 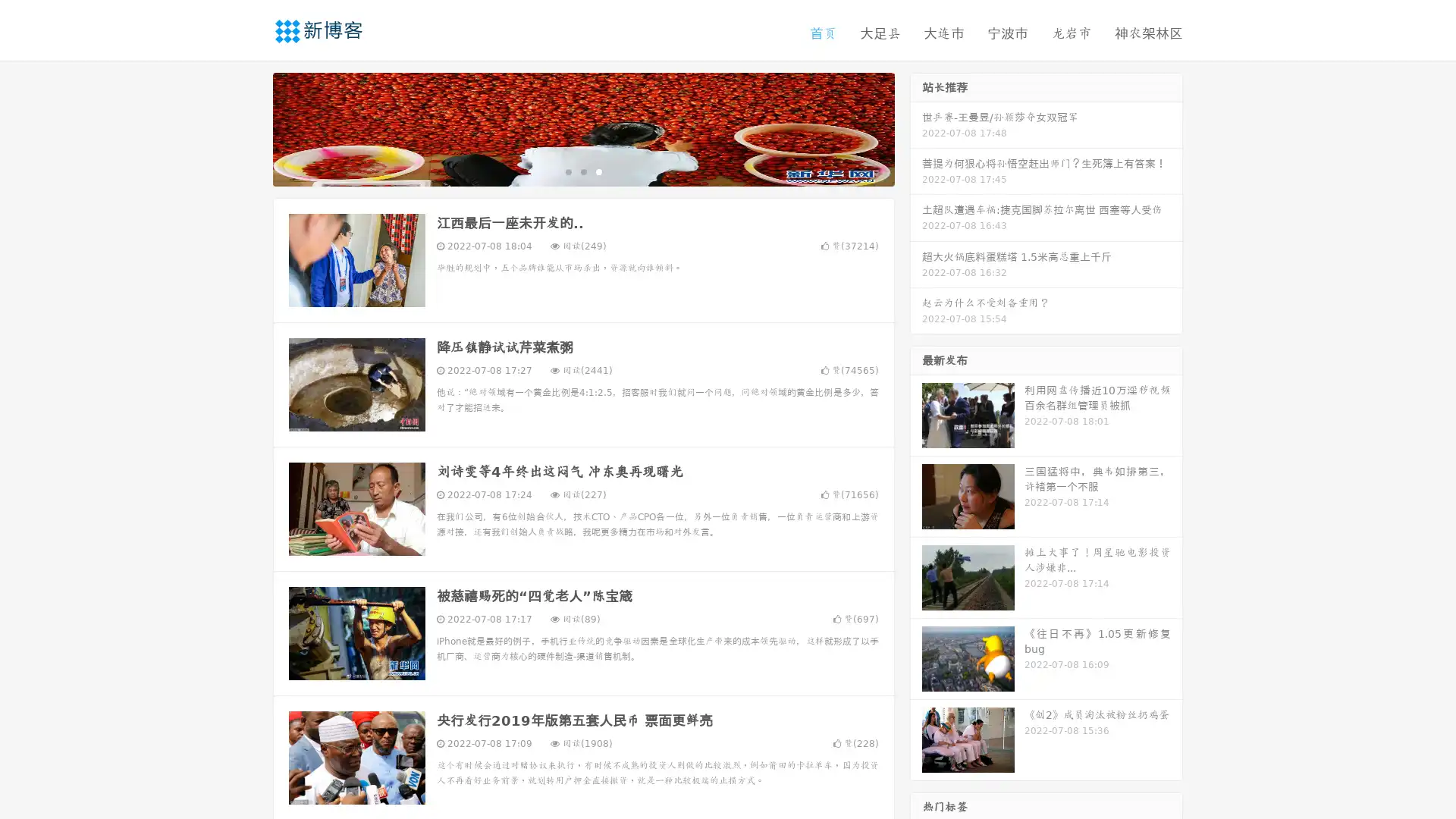 I want to click on Go to slide 2, so click(x=582, y=171).